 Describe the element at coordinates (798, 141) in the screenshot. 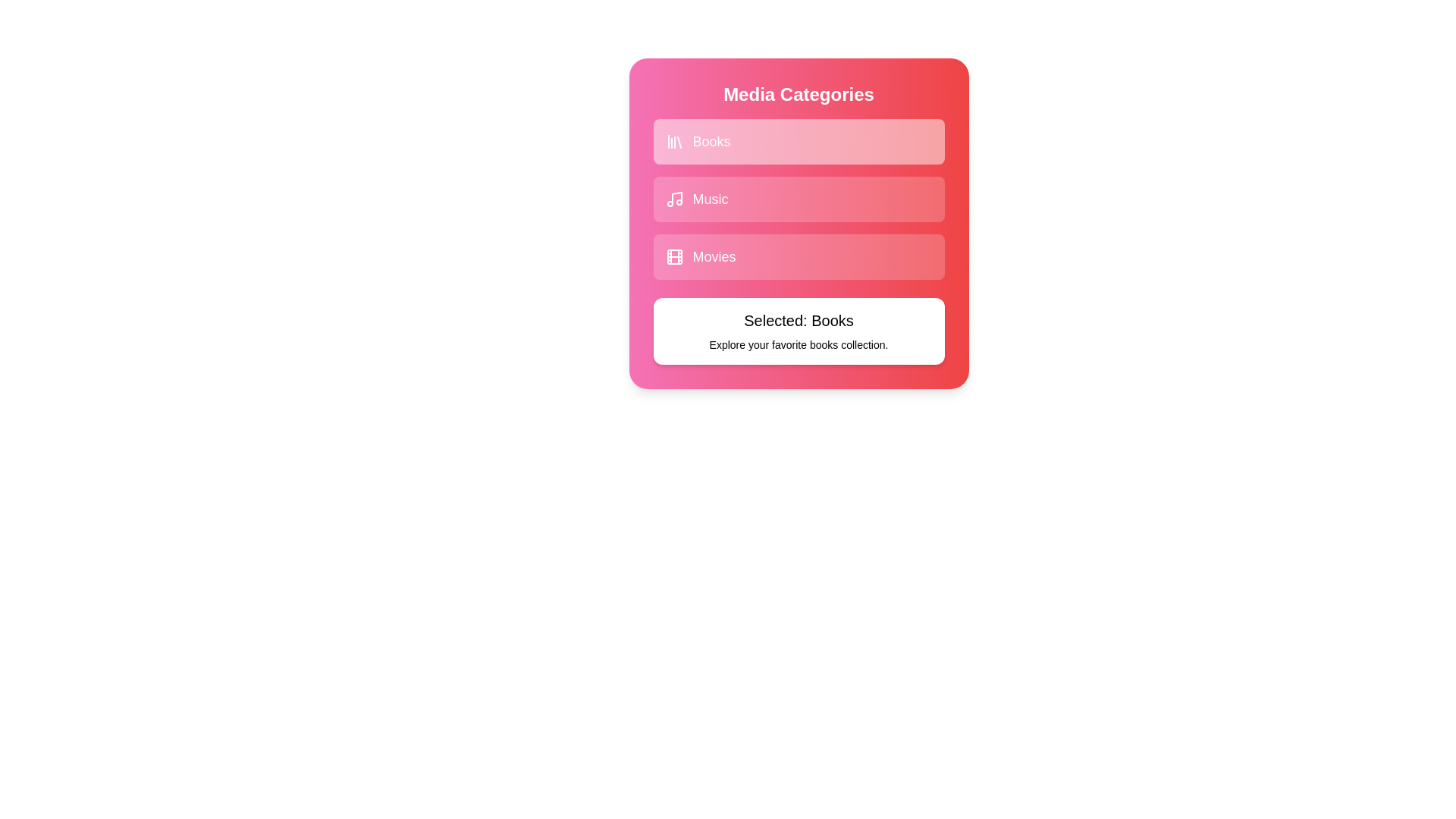

I see `the category Books to observe the hover effect` at that location.